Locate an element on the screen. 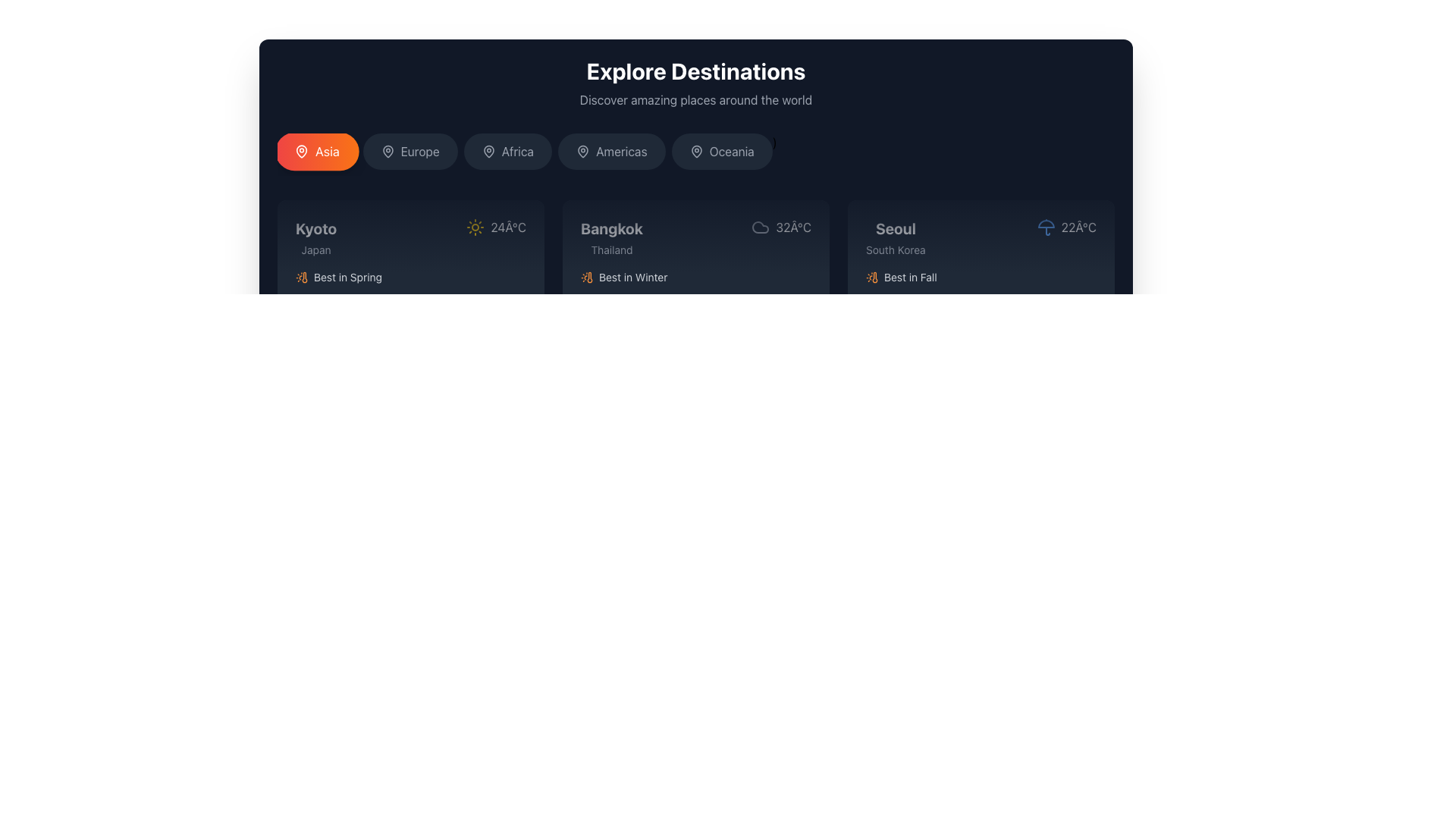  the gradient overlay at the top of the card layout representing 'Bangkok' is located at coordinates (695, 237).